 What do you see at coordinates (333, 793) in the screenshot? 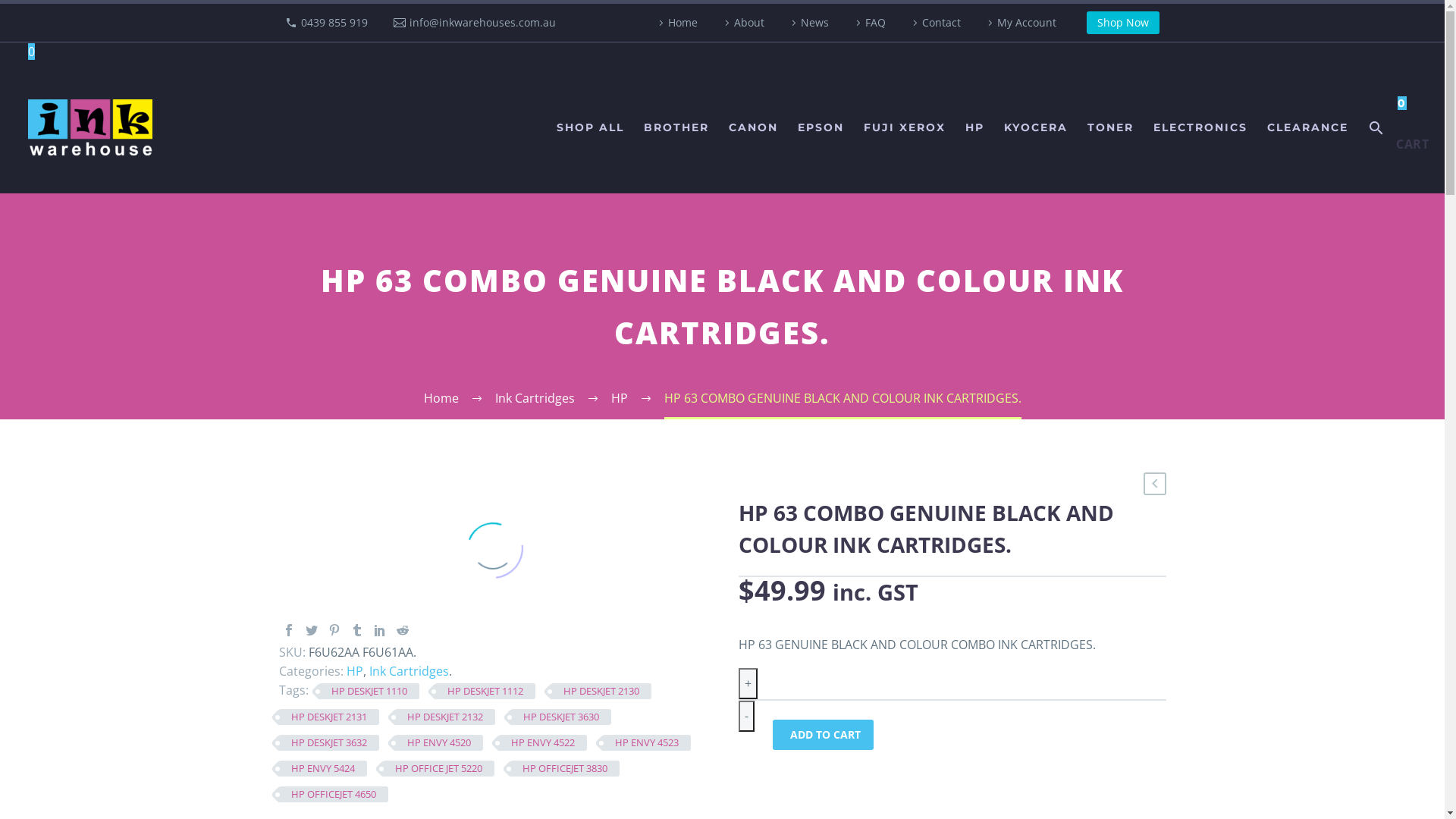
I see `'HP OFFICEJET 4650'` at bounding box center [333, 793].